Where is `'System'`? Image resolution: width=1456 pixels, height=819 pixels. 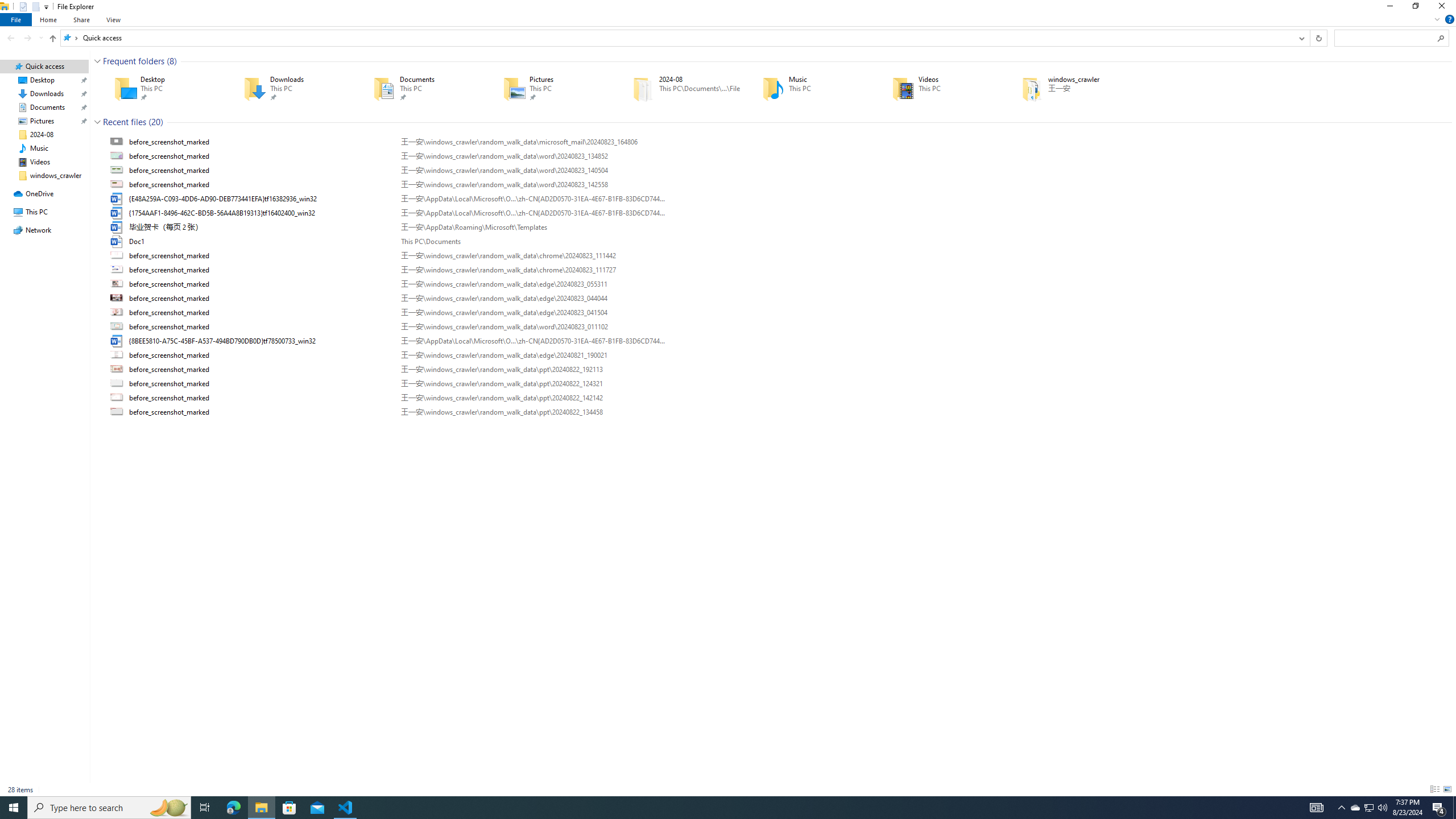 'System' is located at coordinates (6, 5).